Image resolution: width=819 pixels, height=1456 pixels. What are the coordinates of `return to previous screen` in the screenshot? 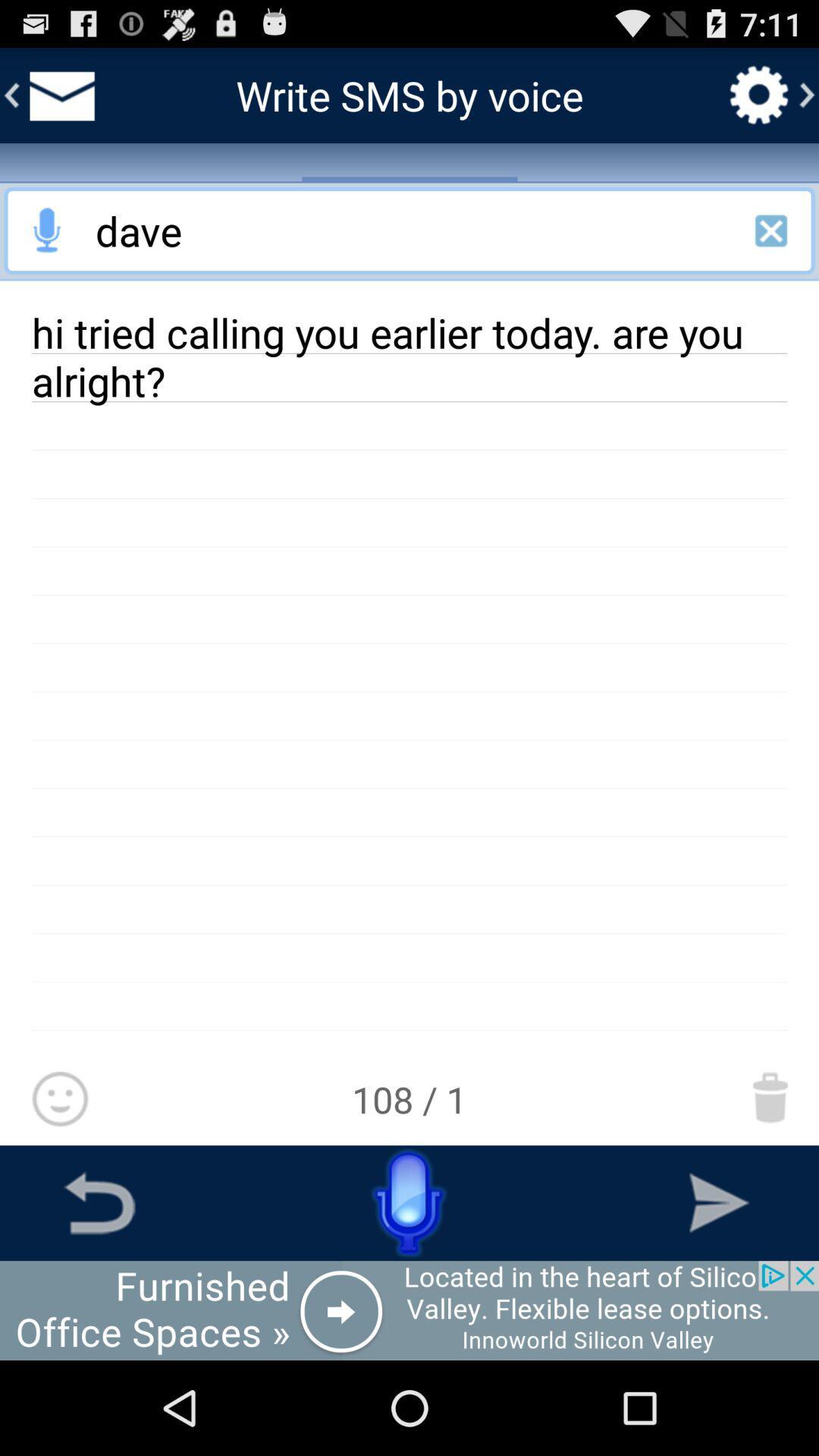 It's located at (99, 1202).